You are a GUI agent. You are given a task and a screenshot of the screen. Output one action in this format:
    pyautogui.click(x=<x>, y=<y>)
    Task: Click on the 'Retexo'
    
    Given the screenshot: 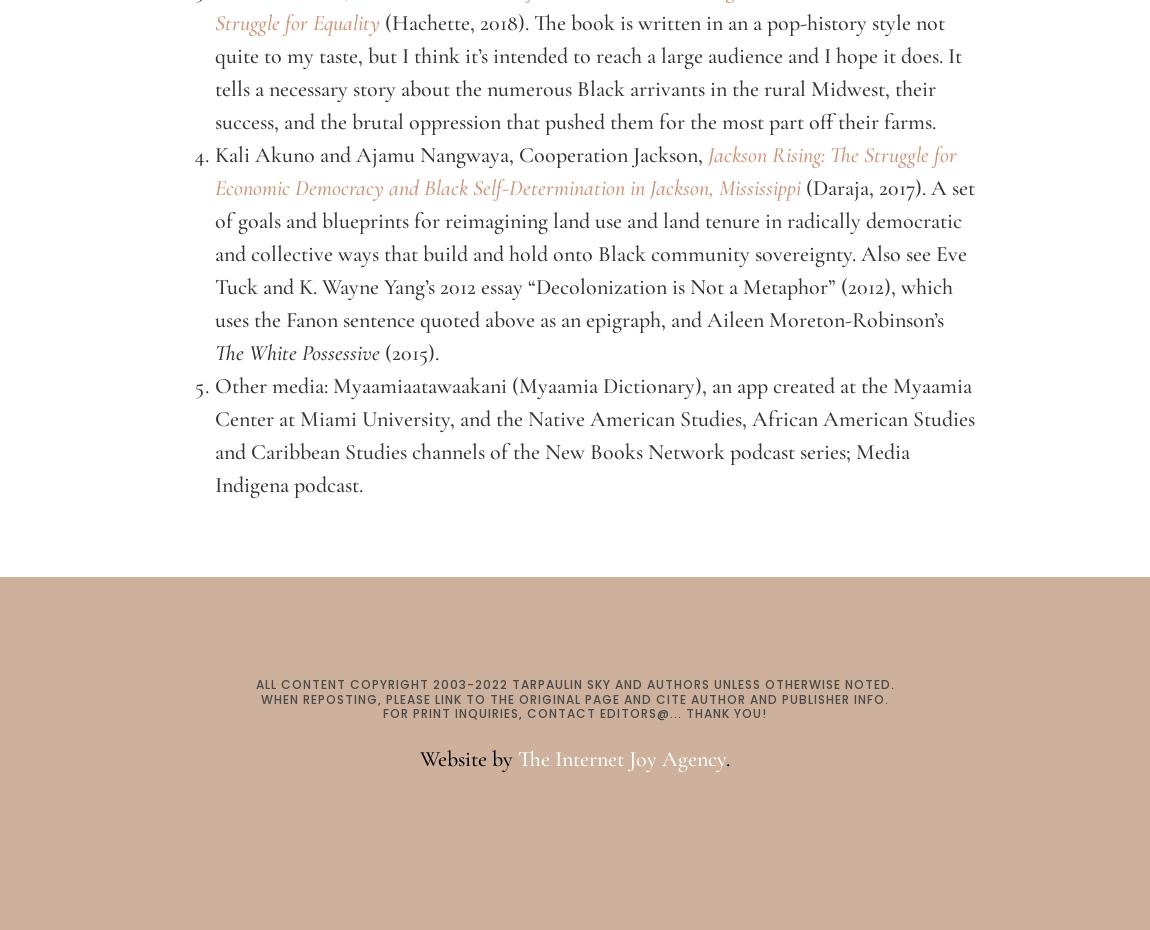 What is the action you would take?
    pyautogui.click(x=574, y=813)
    